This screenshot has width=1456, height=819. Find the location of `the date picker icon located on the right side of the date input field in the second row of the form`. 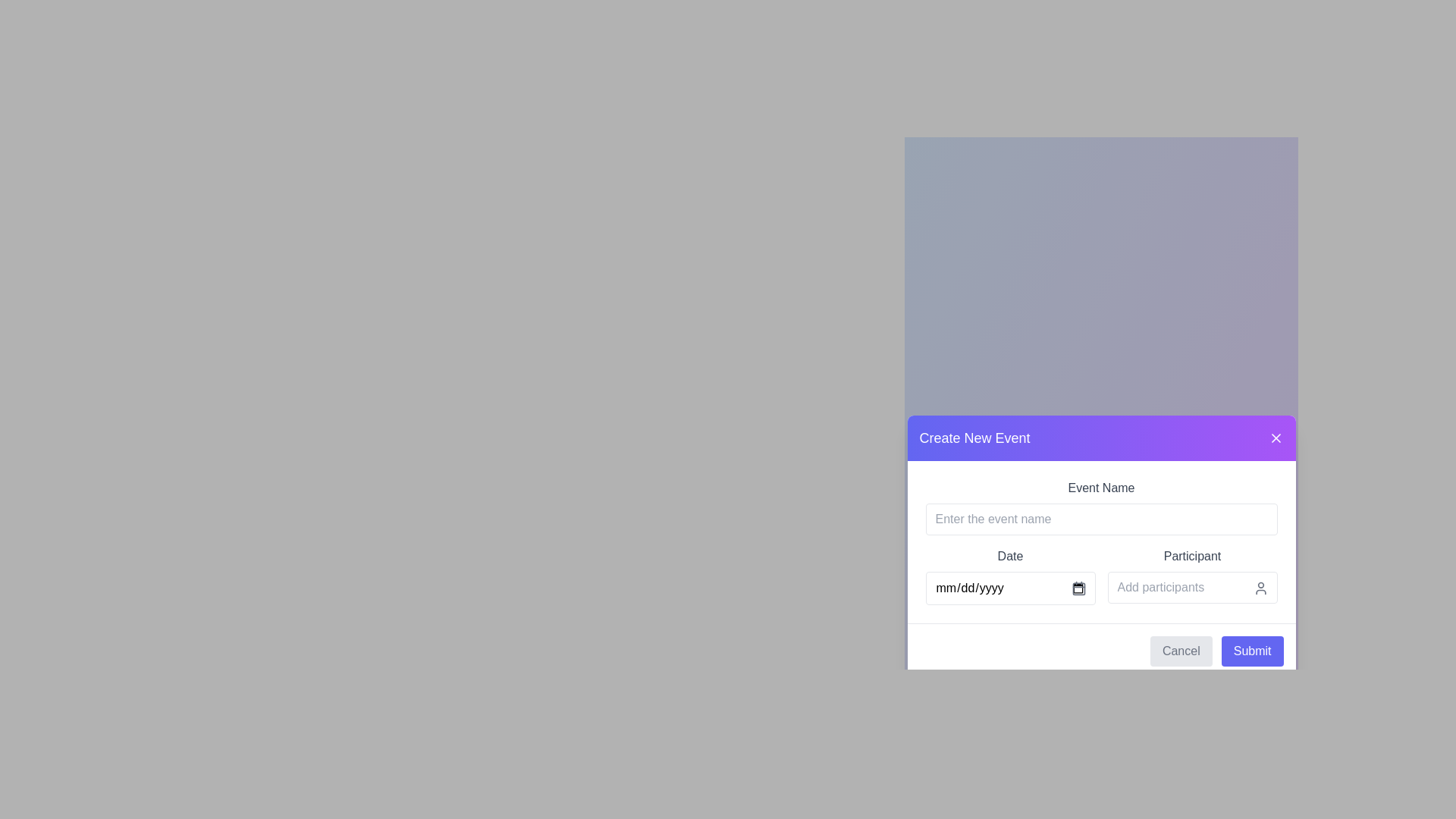

the date picker icon located on the right side of the date input field in the second row of the form is located at coordinates (1078, 587).